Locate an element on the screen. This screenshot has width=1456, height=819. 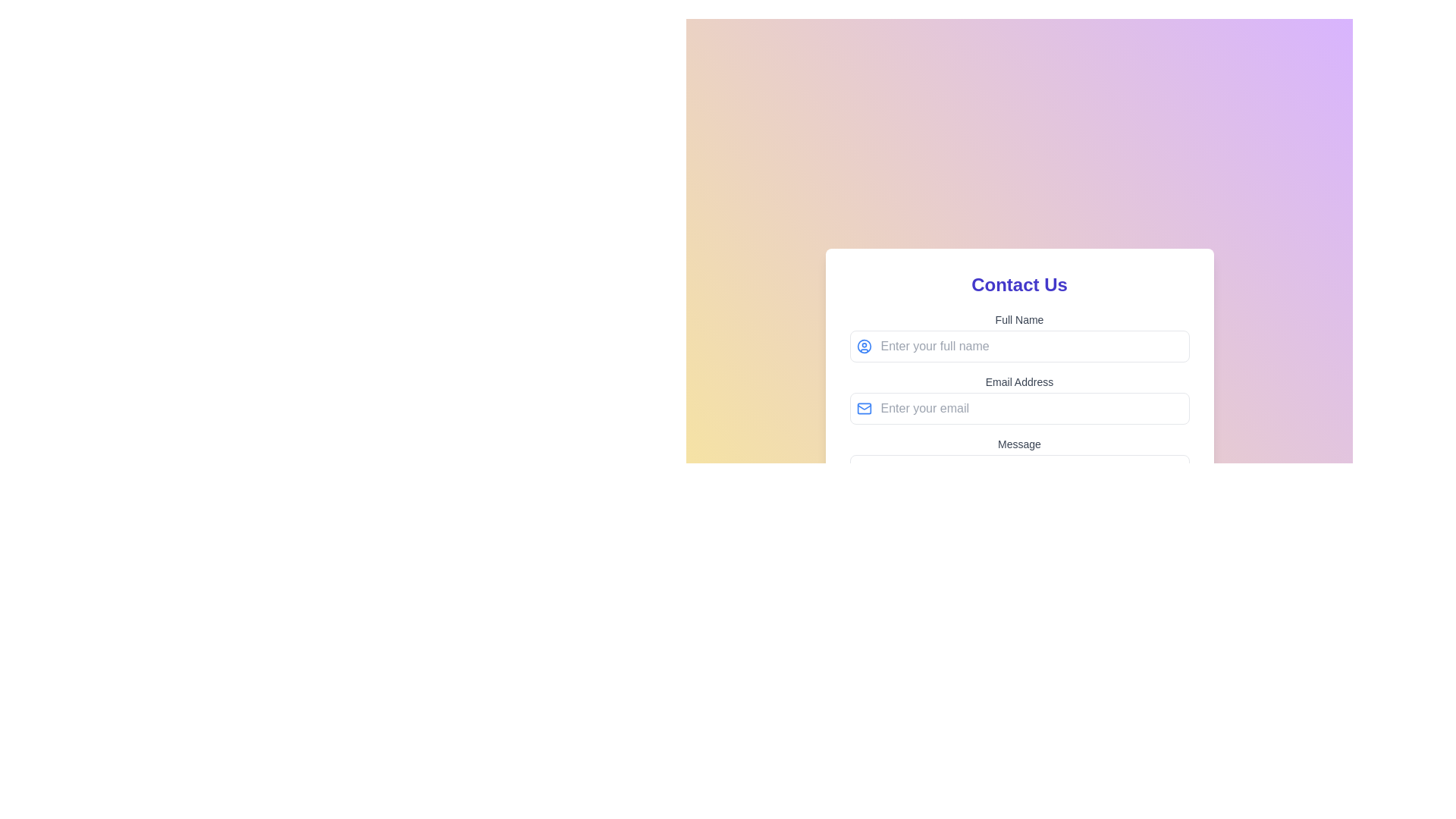
the rounded rectangle graphical icon component located on the left side of the 'Email Address' input field group is located at coordinates (864, 408).